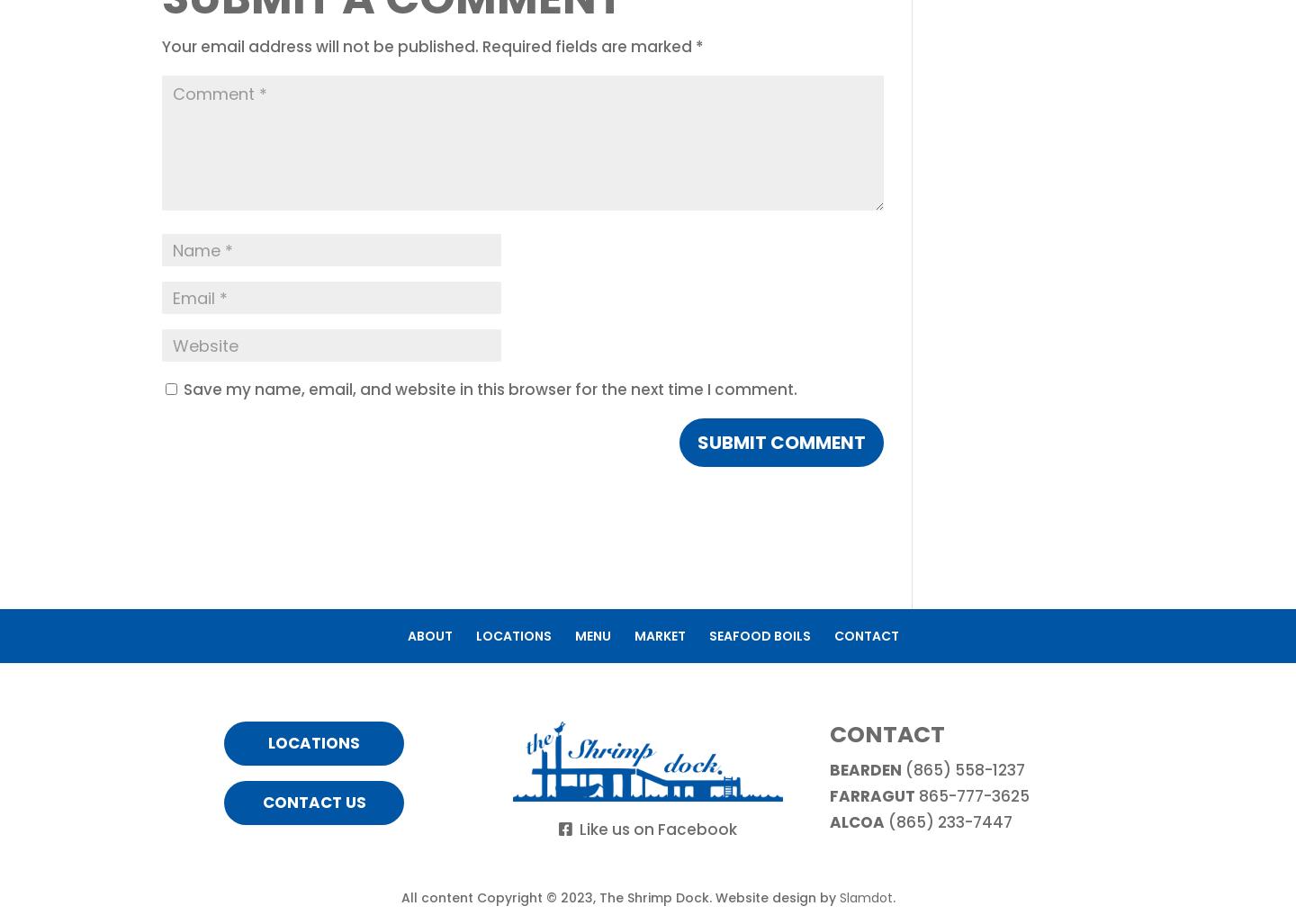 The image size is (1296, 924). What do you see at coordinates (864, 768) in the screenshot?
I see `'BEARDEN'` at bounding box center [864, 768].